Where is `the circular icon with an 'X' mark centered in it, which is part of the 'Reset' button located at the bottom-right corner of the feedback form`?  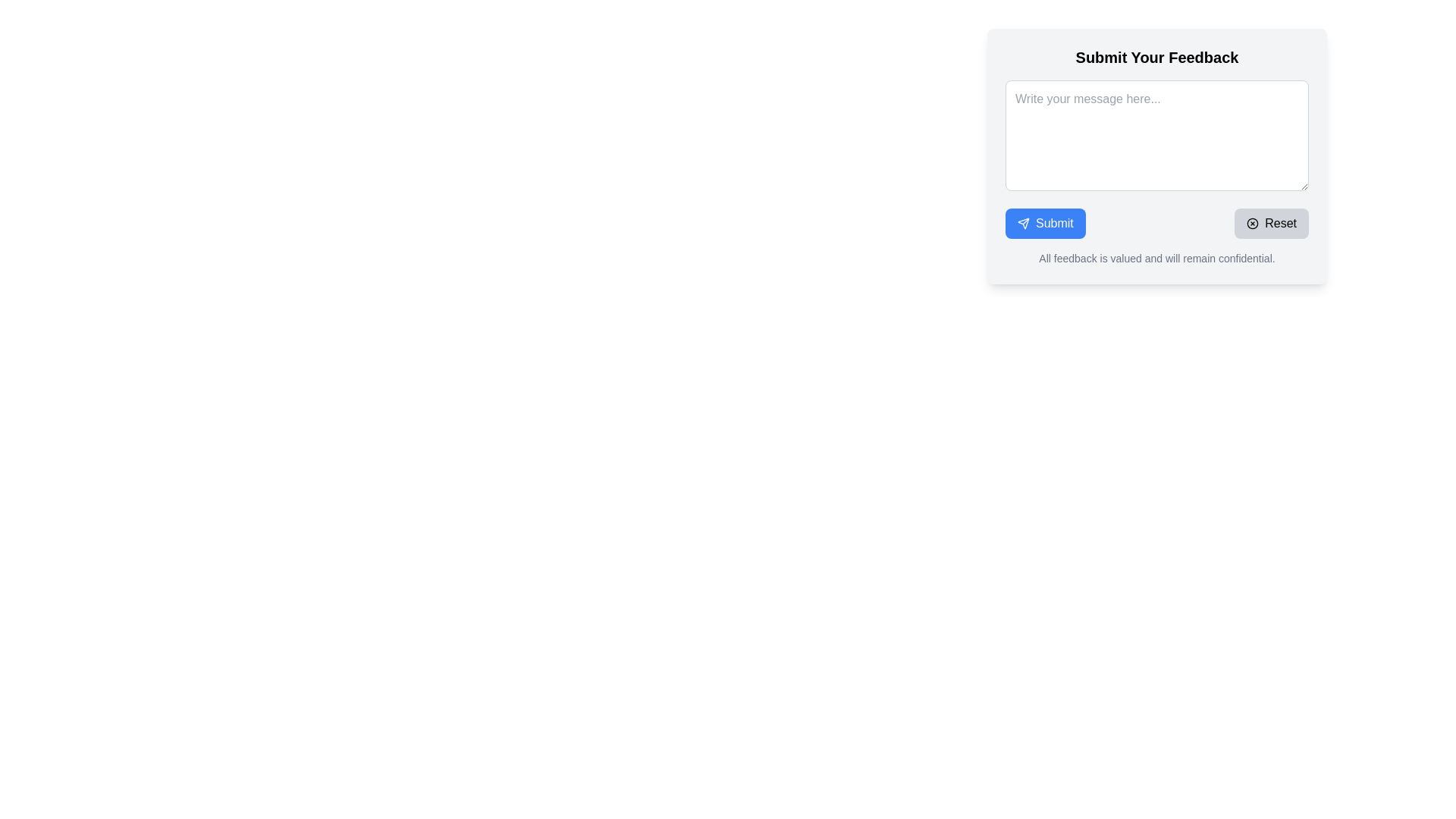
the circular icon with an 'X' mark centered in it, which is part of the 'Reset' button located at the bottom-right corner of the feedback form is located at coordinates (1253, 223).